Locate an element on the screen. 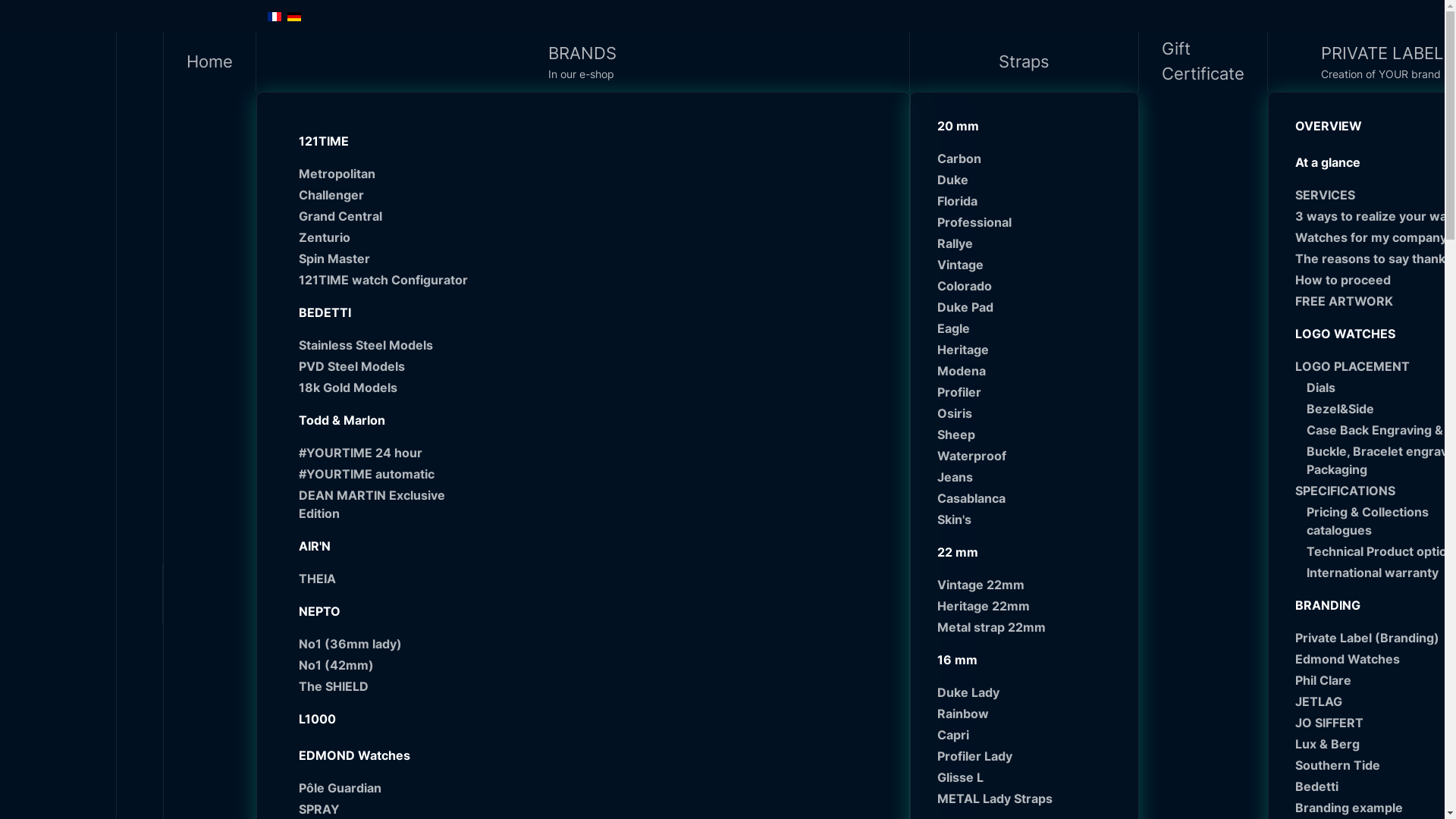 The height and width of the screenshot is (819, 1456). 'Zenturio' is located at coordinates (384, 237).